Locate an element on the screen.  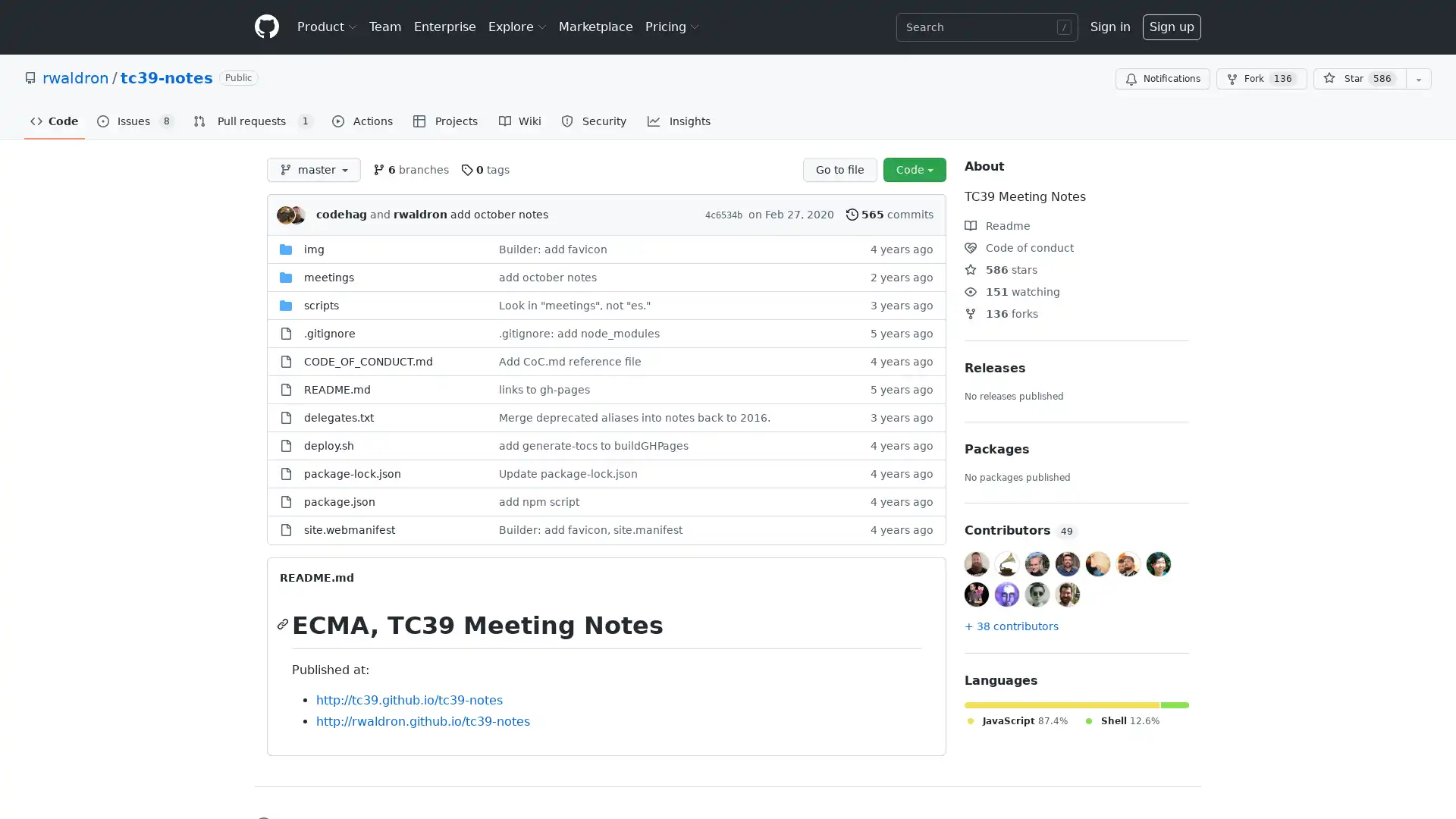
You must be signed in to add this repository to a list is located at coordinates (1418, 79).